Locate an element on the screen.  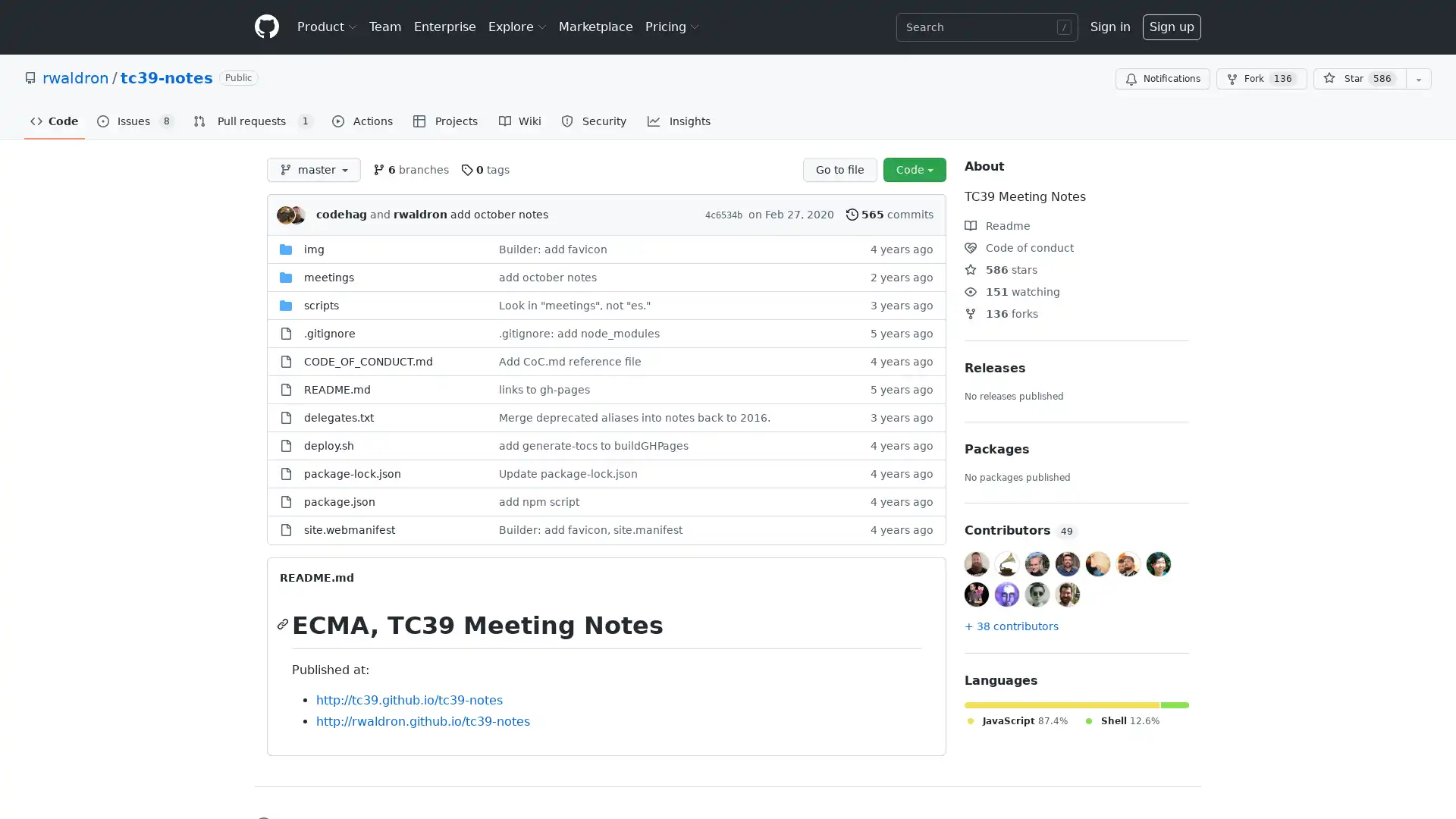
You must be signed in to add this repository to a list is located at coordinates (1418, 79).